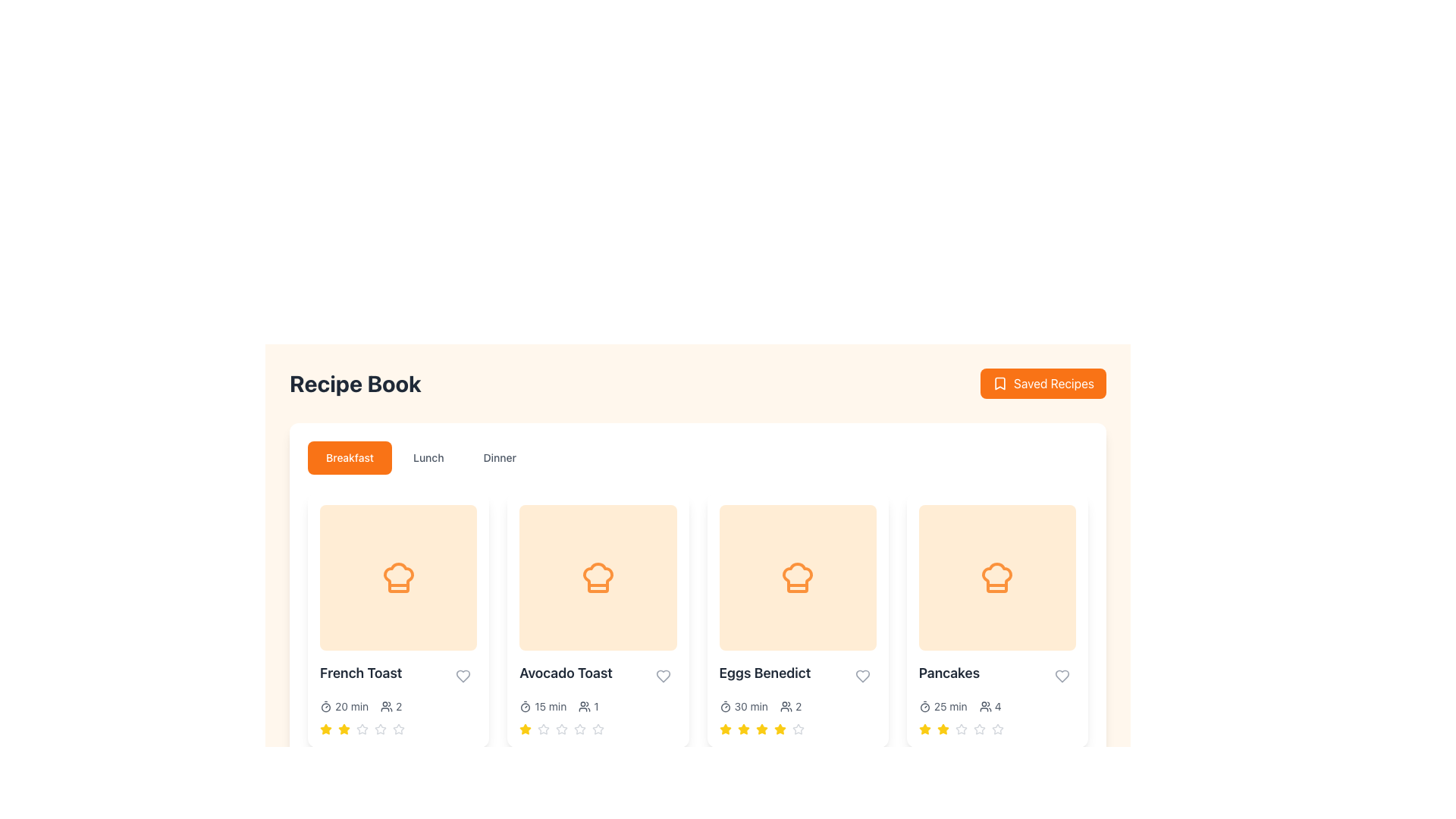 The width and height of the screenshot is (1456, 819). I want to click on the Text indicator displaying the number of servings, specifically the number '2' associated with the user icon in the recipe layout, so click(391, 707).